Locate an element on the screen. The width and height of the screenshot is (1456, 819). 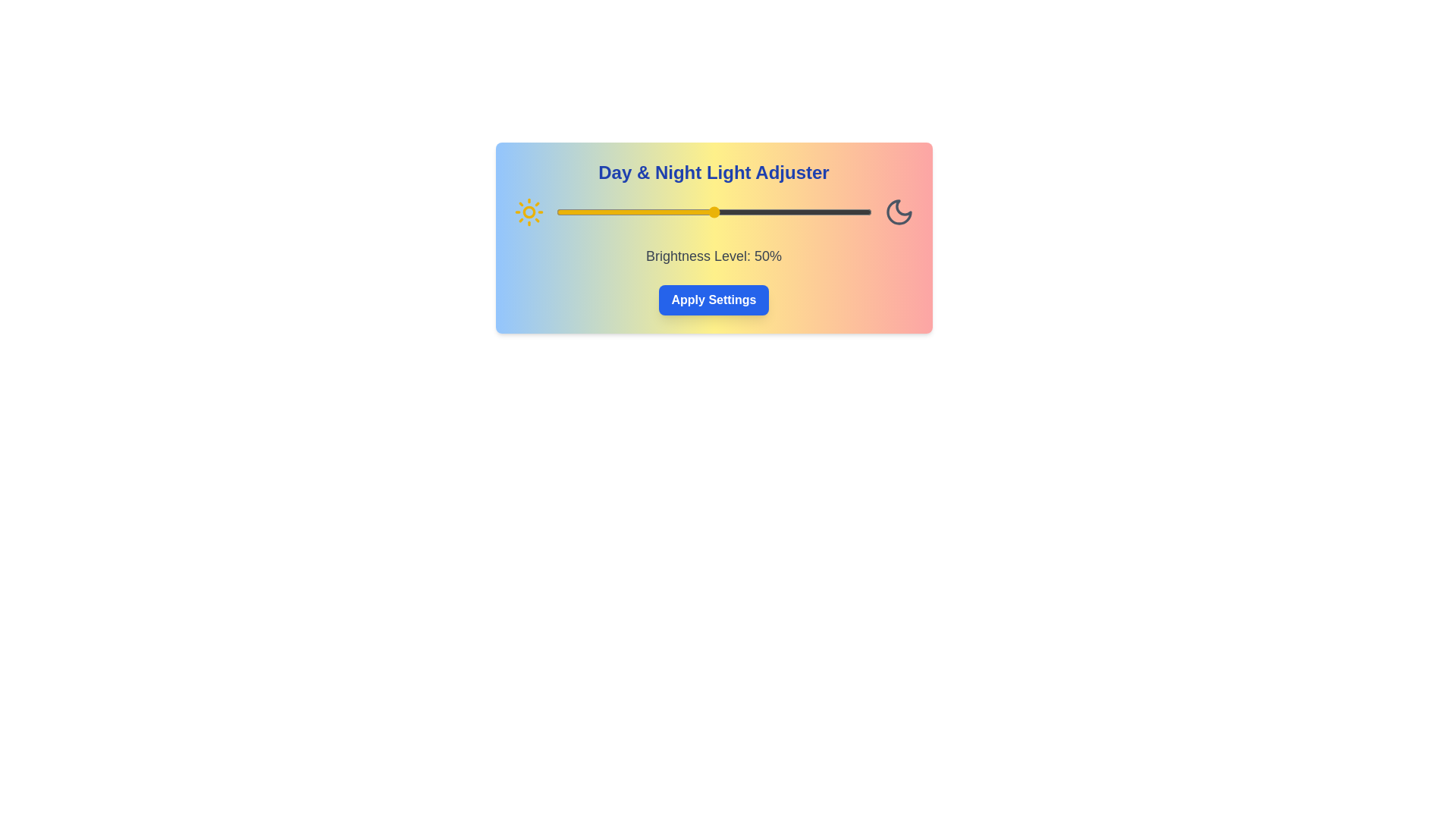
'Apply Settings' button is located at coordinates (712, 300).